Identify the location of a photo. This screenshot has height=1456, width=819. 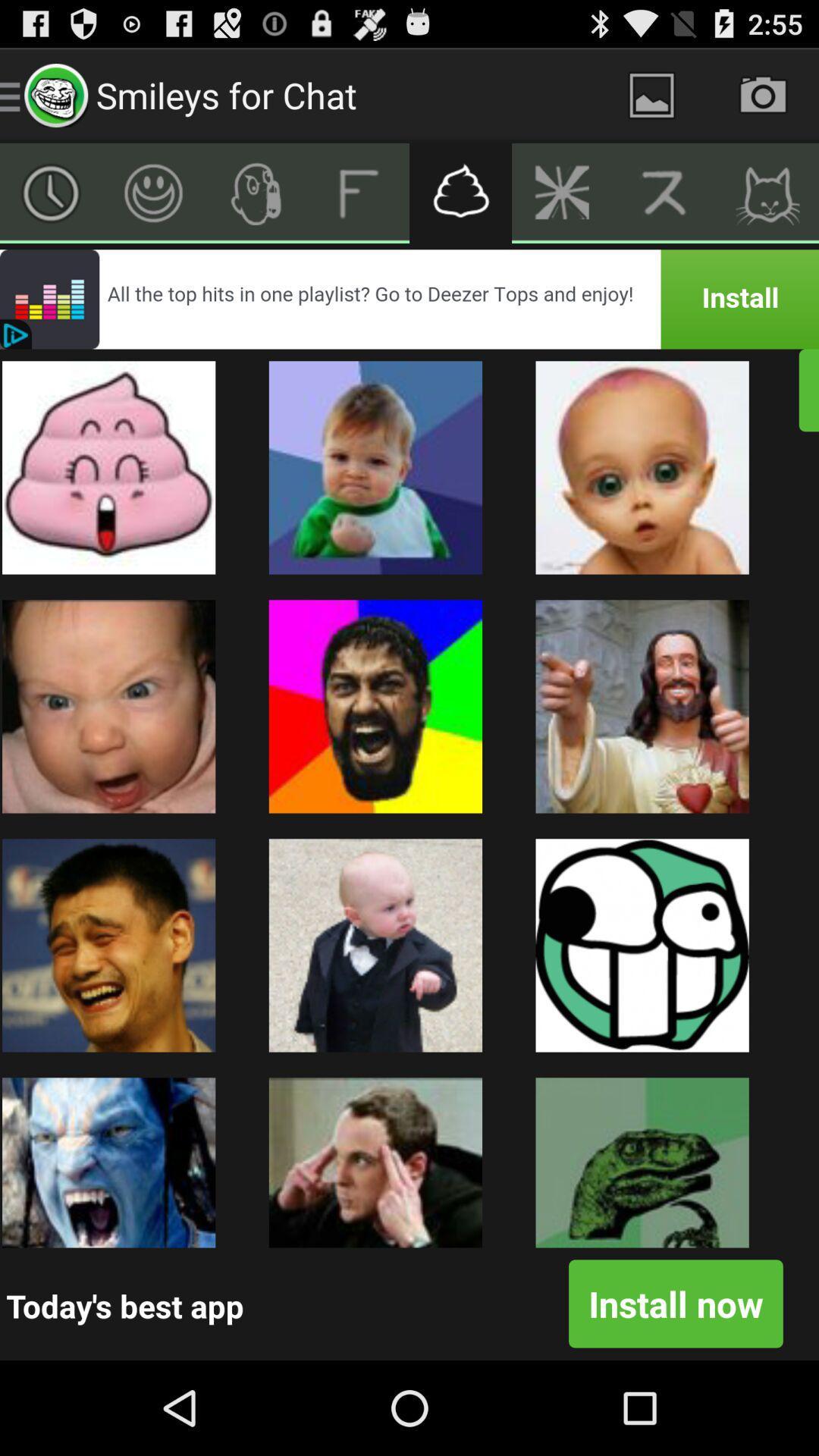
(651, 94).